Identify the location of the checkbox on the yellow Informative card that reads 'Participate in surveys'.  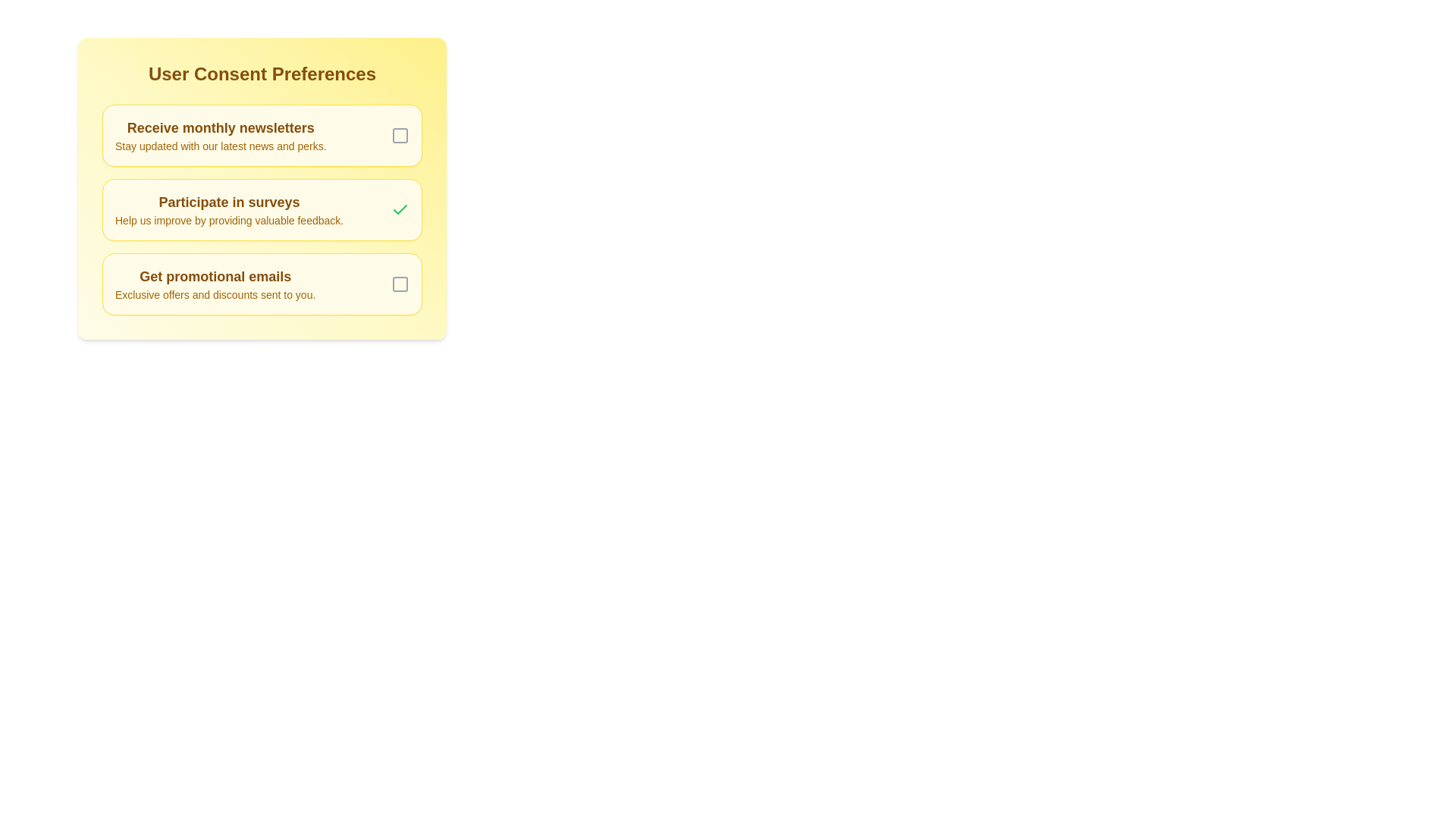
(262, 210).